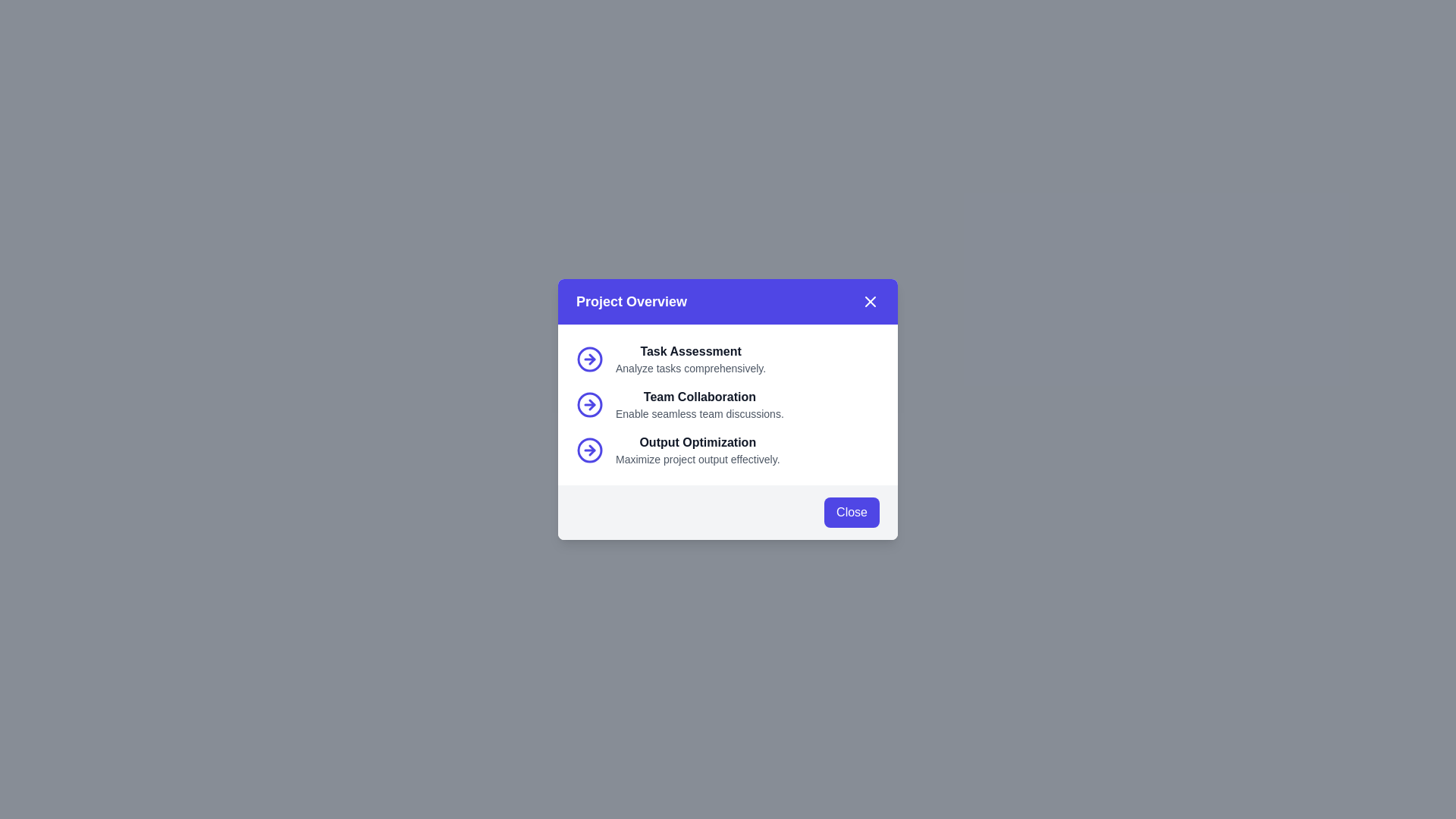  What do you see at coordinates (852, 512) in the screenshot?
I see `the close button located at the bottom-right corner of the 'Project Overview' modal dialog` at bounding box center [852, 512].